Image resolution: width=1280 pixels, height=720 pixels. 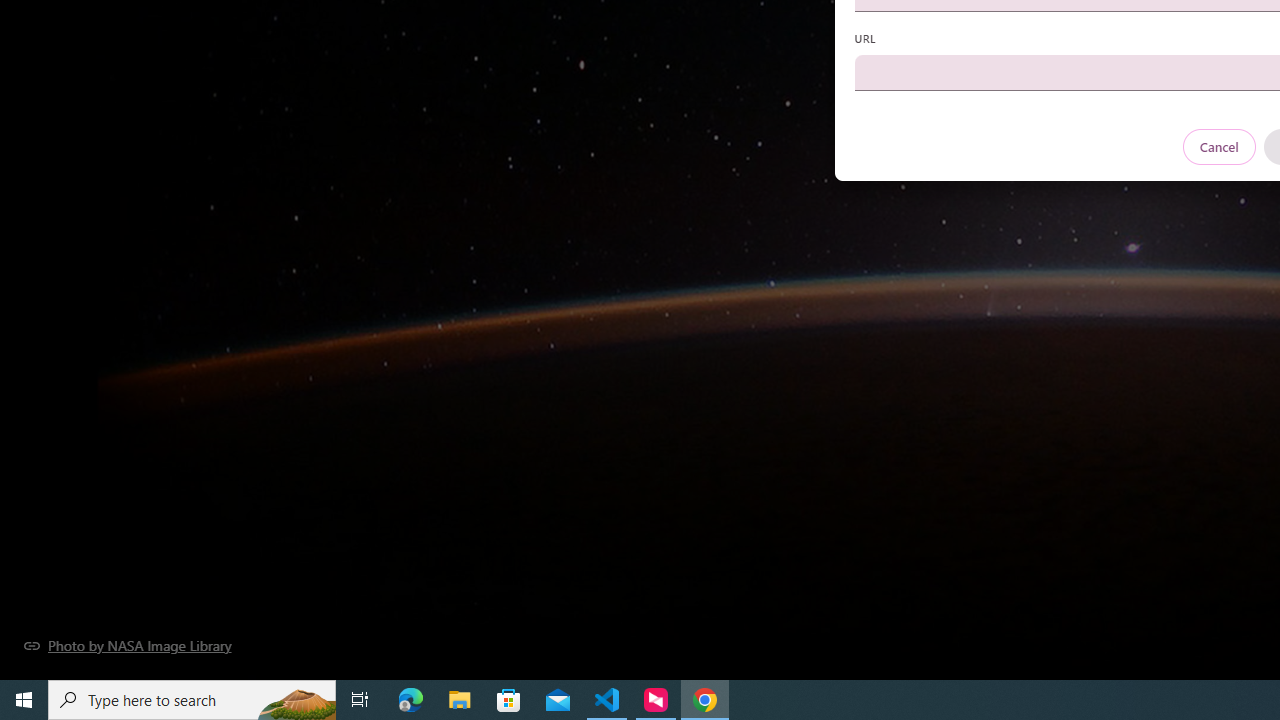 I want to click on 'Cancel', so click(x=1217, y=145).